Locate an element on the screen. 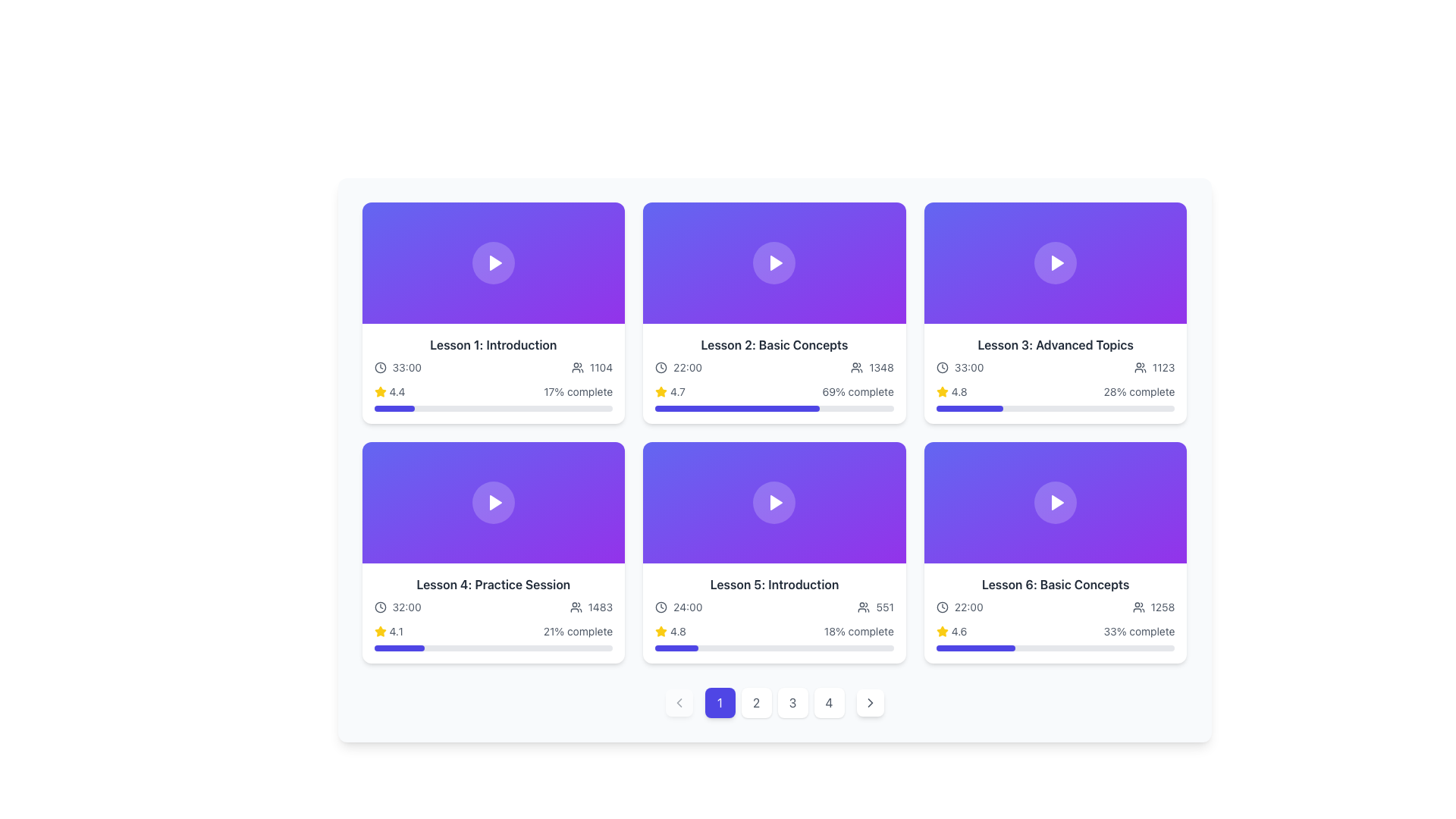  the rating icon indicating a quality level of '4.8' situated below the lesson tile labeled 'Lesson 5: Introduction' in the bottom-center of the third tile in the second row is located at coordinates (661, 632).